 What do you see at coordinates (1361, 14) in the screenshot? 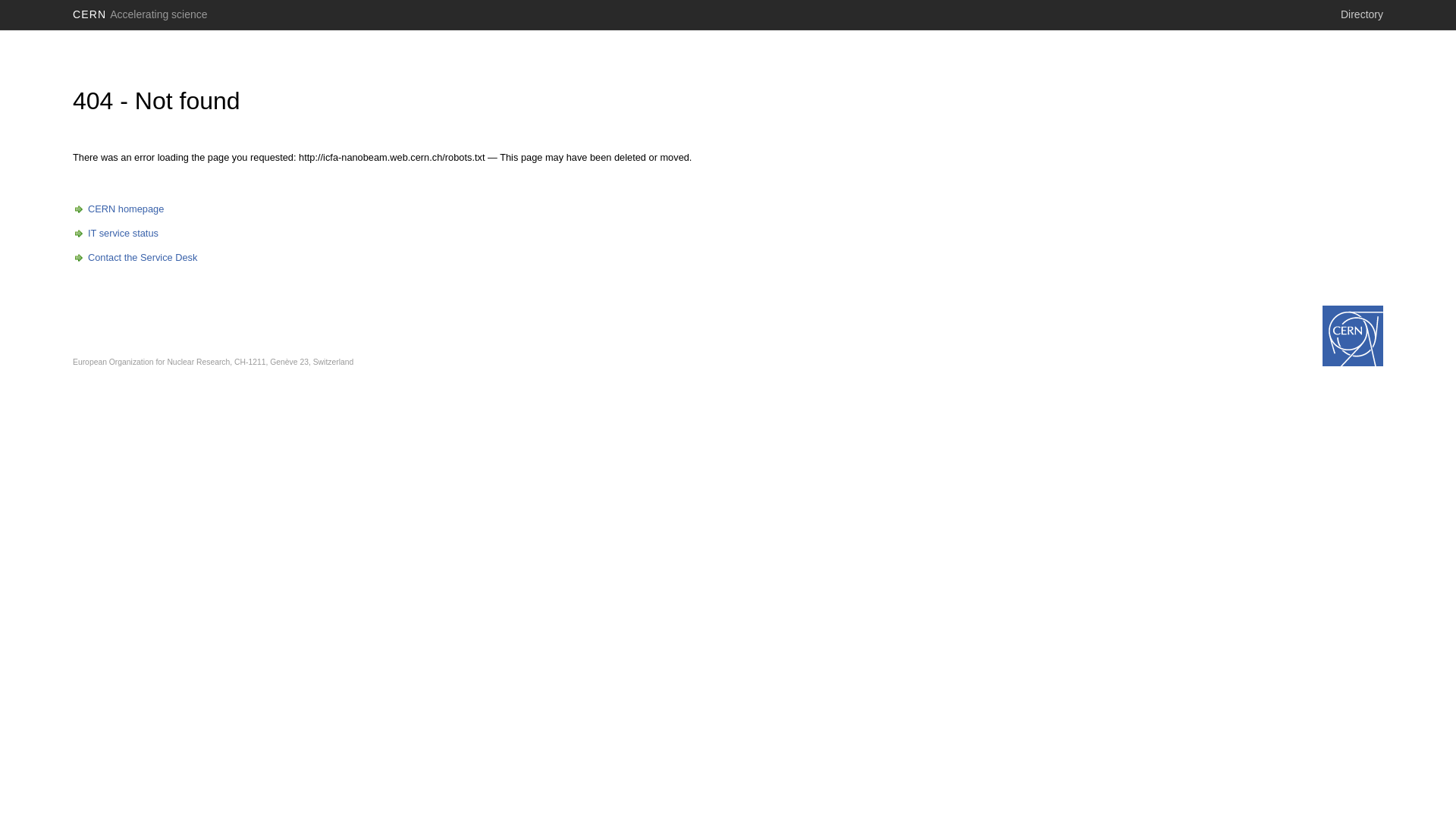
I see `'Directory'` at bounding box center [1361, 14].